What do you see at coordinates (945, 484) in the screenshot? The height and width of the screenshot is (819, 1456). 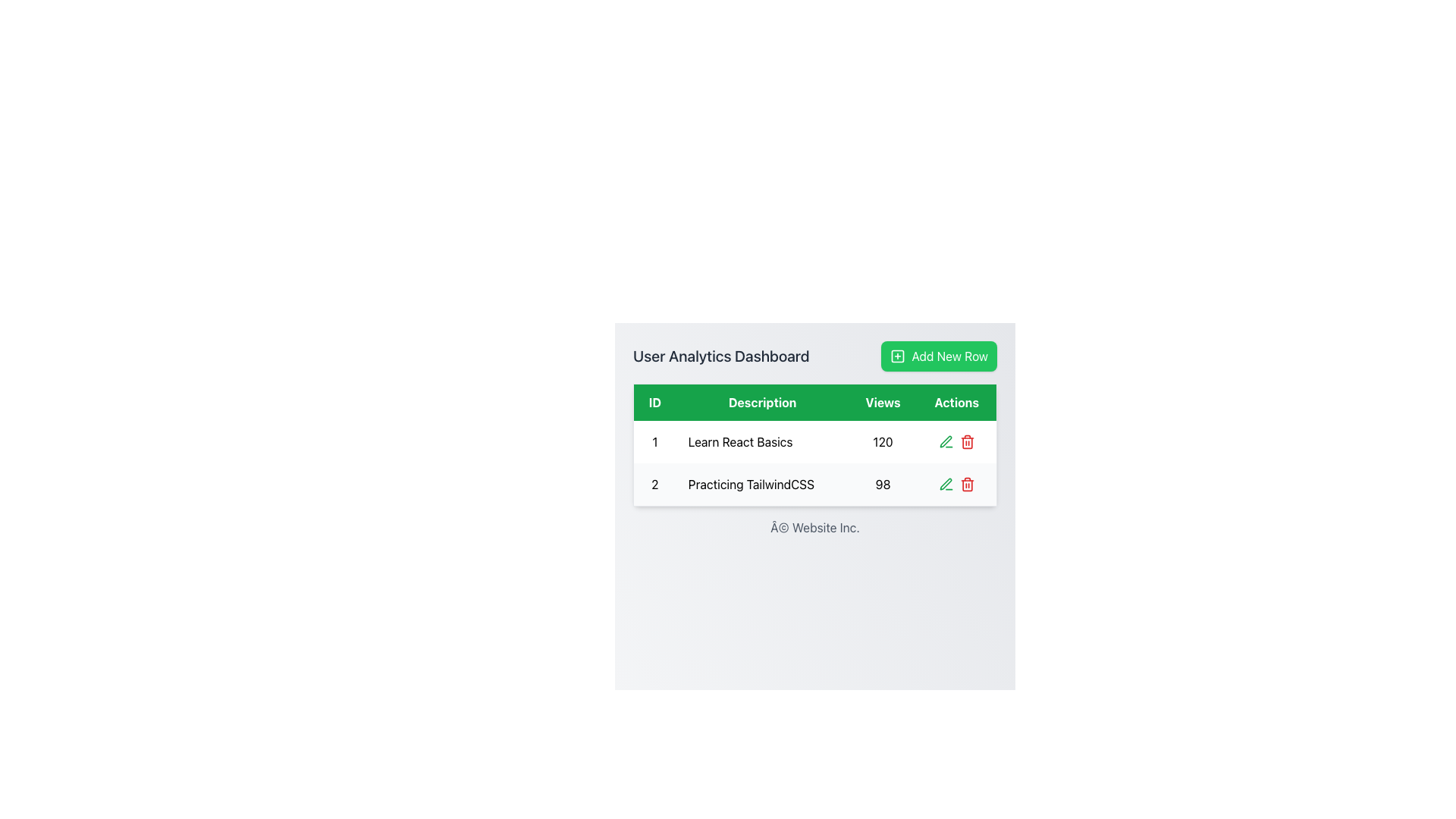 I see `the green pencil icon in the 'Actions' column of the table to initiate editing the row for 'Learn React Basics'` at bounding box center [945, 484].